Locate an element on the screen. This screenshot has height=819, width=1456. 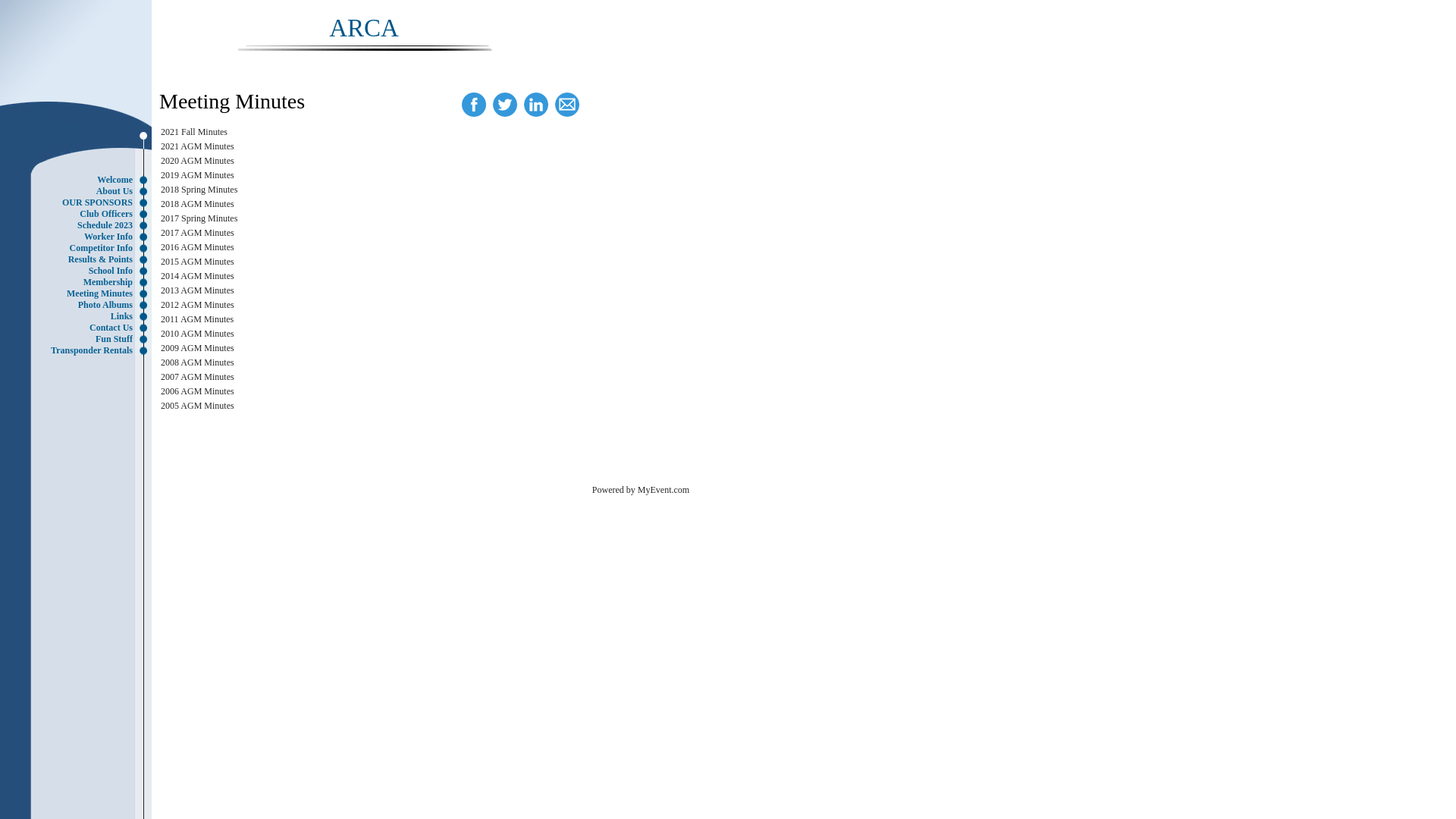
'2006 AGM Minutes' is located at coordinates (196, 391).